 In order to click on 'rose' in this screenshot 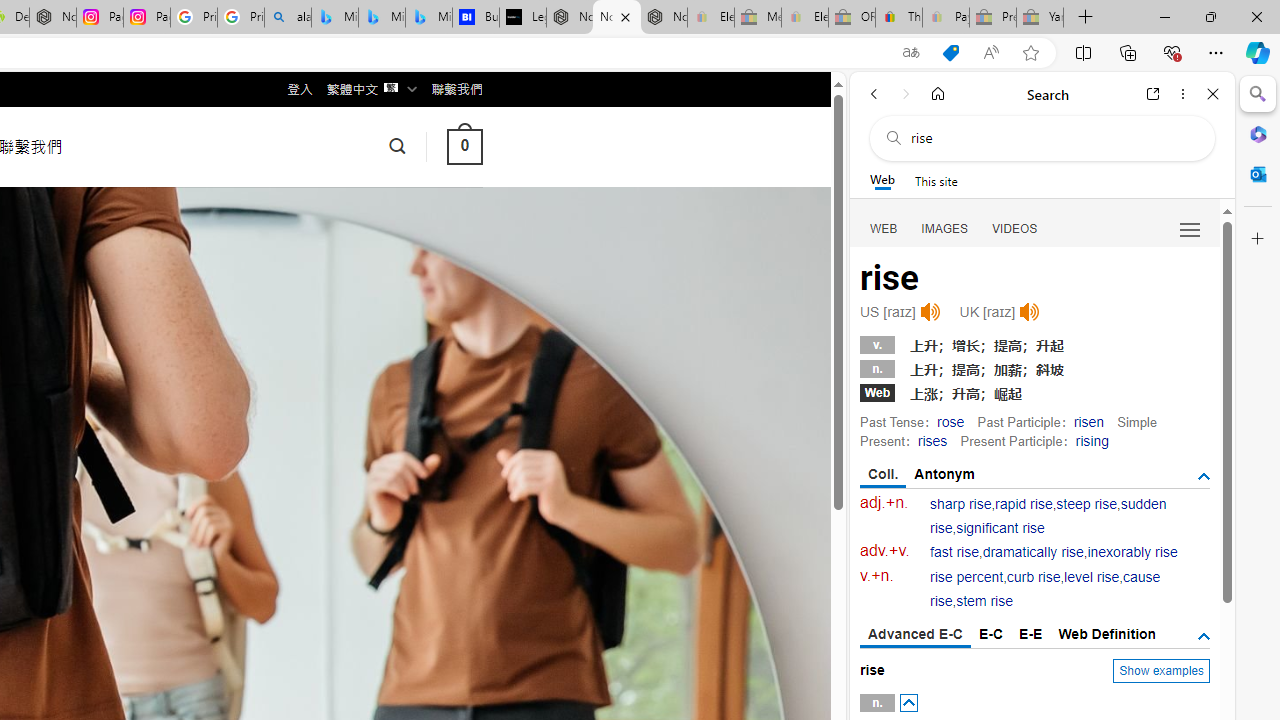, I will do `click(950, 420)`.